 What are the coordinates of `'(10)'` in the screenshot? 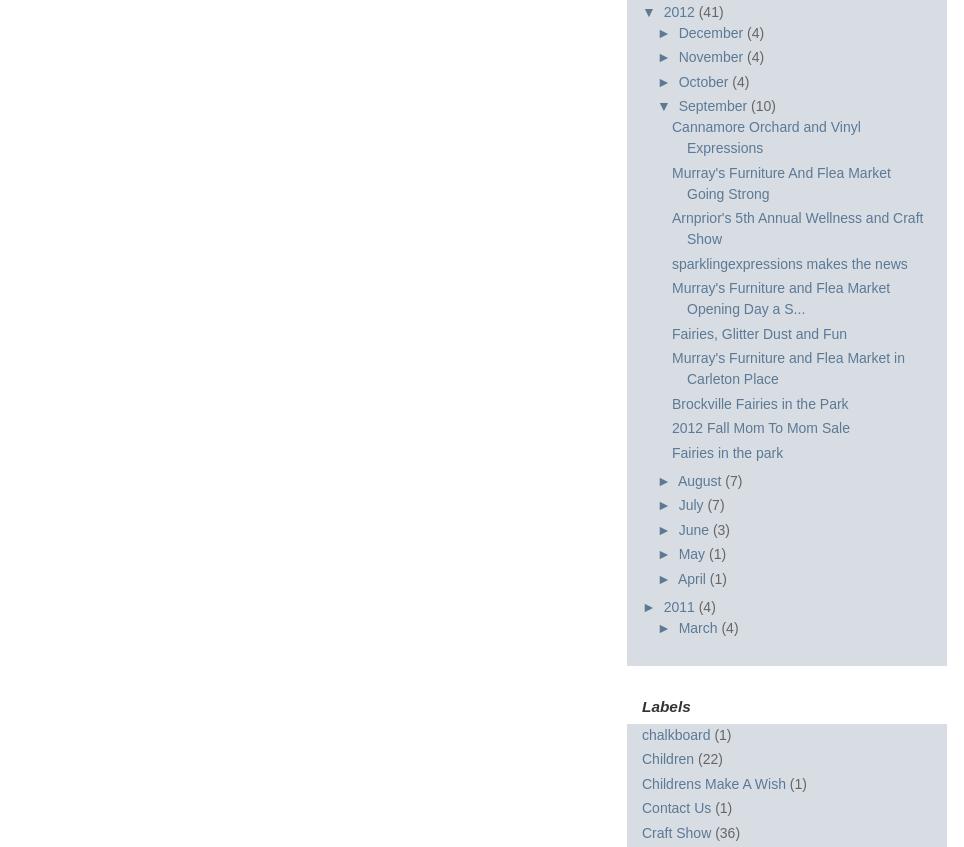 It's located at (749, 105).